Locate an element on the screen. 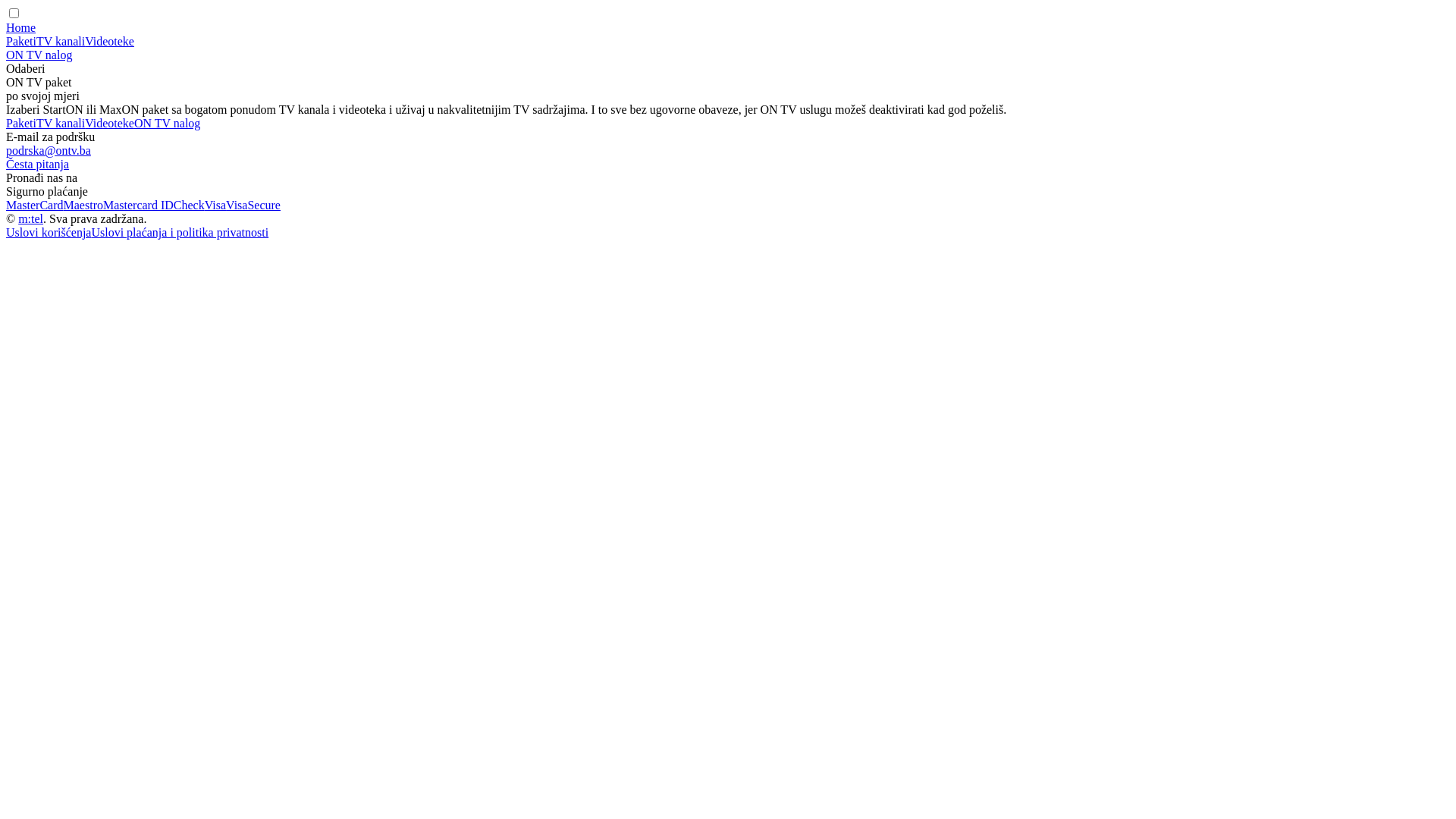 Image resolution: width=1456 pixels, height=819 pixels. 'Mastercard IDCheck' is located at coordinates (153, 205).